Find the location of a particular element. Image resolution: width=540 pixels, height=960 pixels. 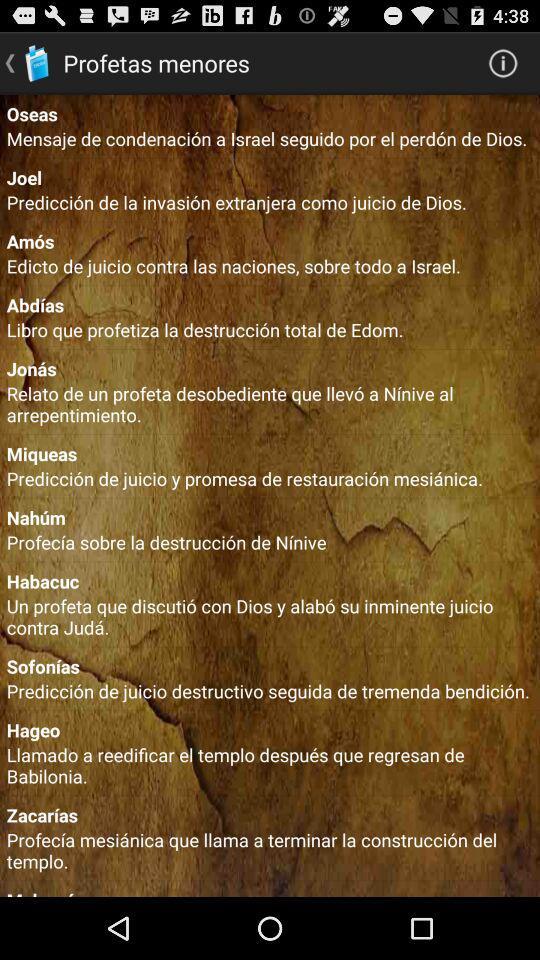

app above the edicto de juicio app is located at coordinates (270, 240).